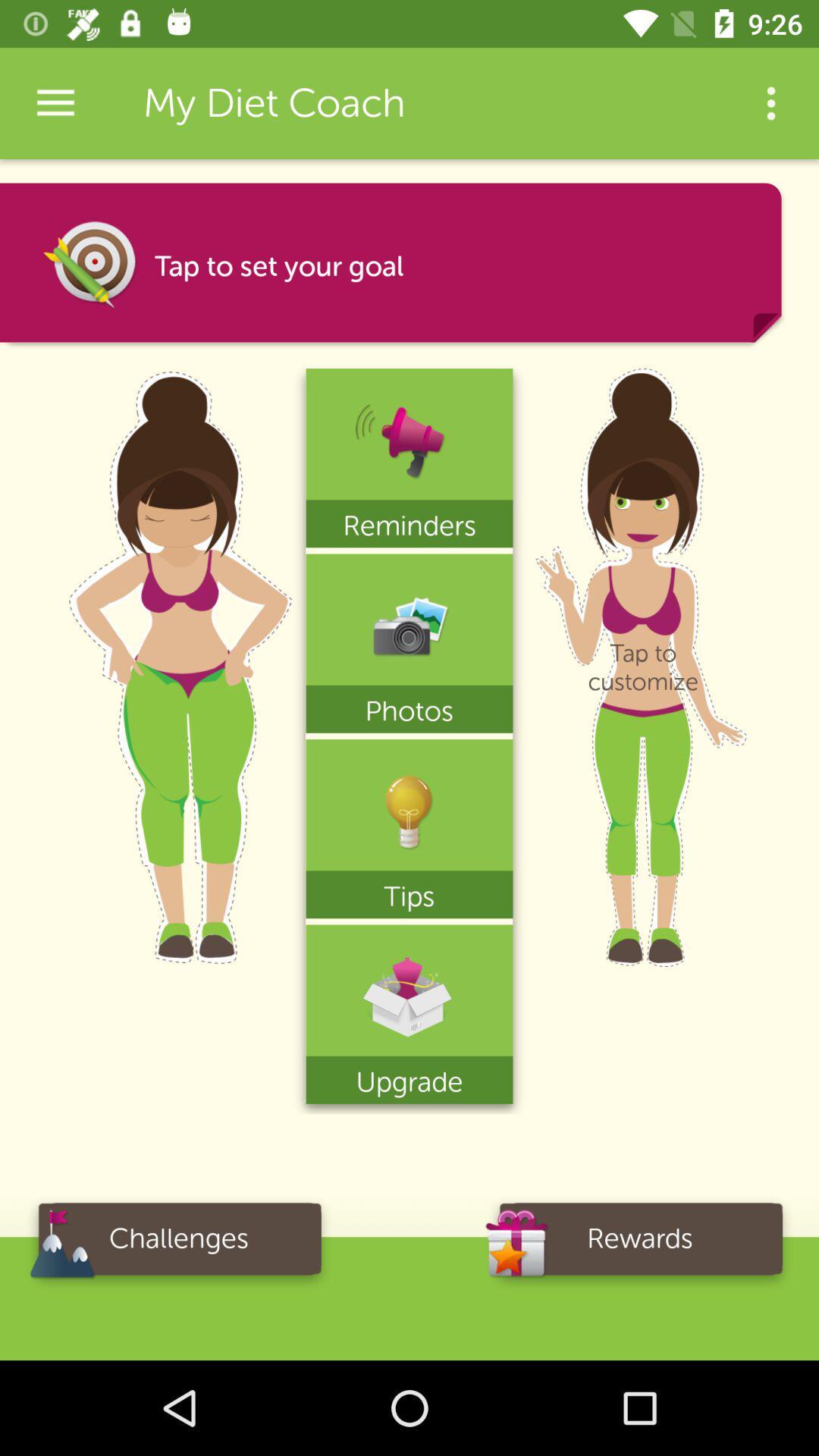 Image resolution: width=819 pixels, height=1456 pixels. I want to click on the icon at the top right corner, so click(771, 102).